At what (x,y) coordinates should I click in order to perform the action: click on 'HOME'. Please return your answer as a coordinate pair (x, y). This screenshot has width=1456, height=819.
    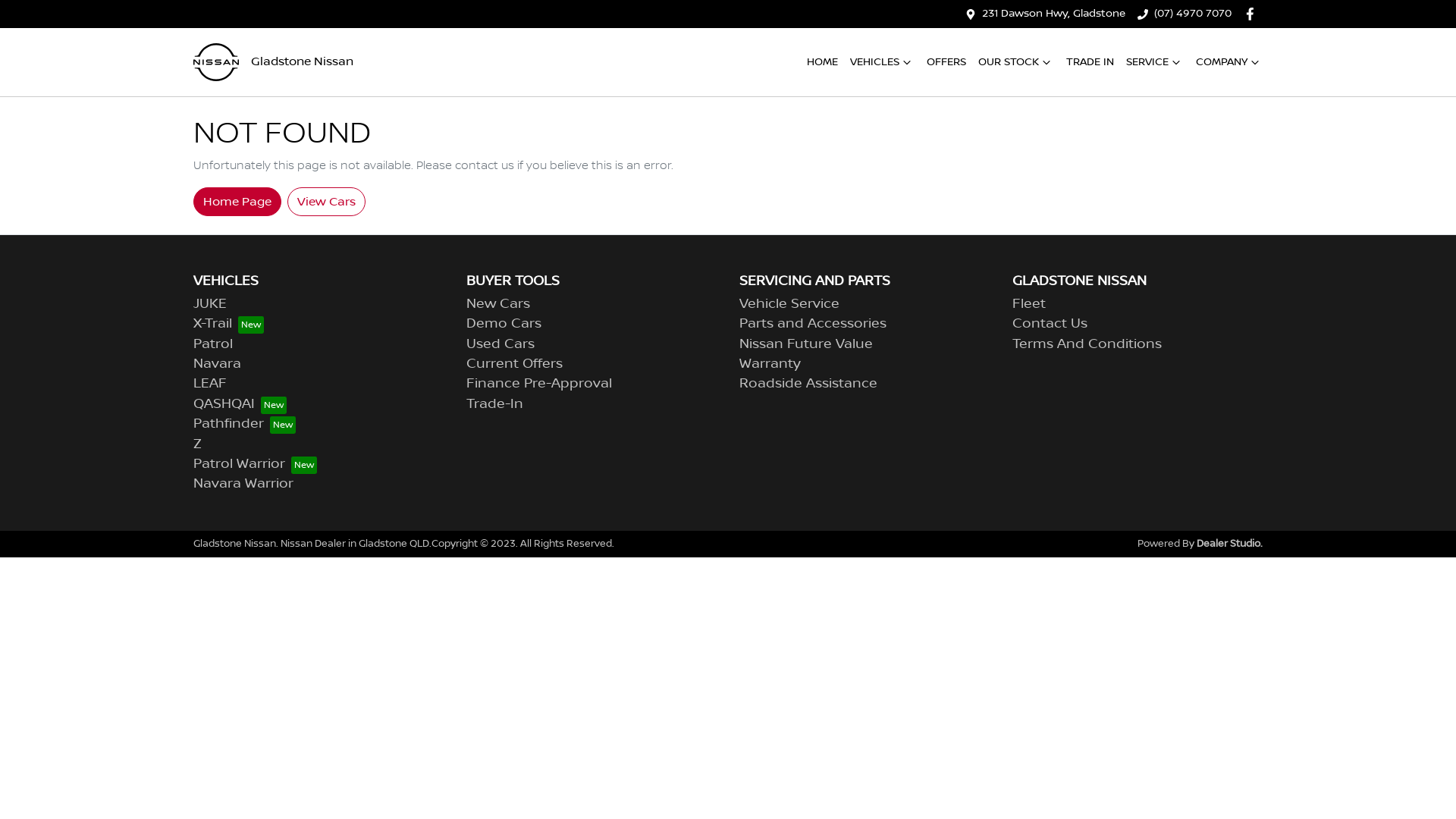
    Looking at the image, I should click on (821, 61).